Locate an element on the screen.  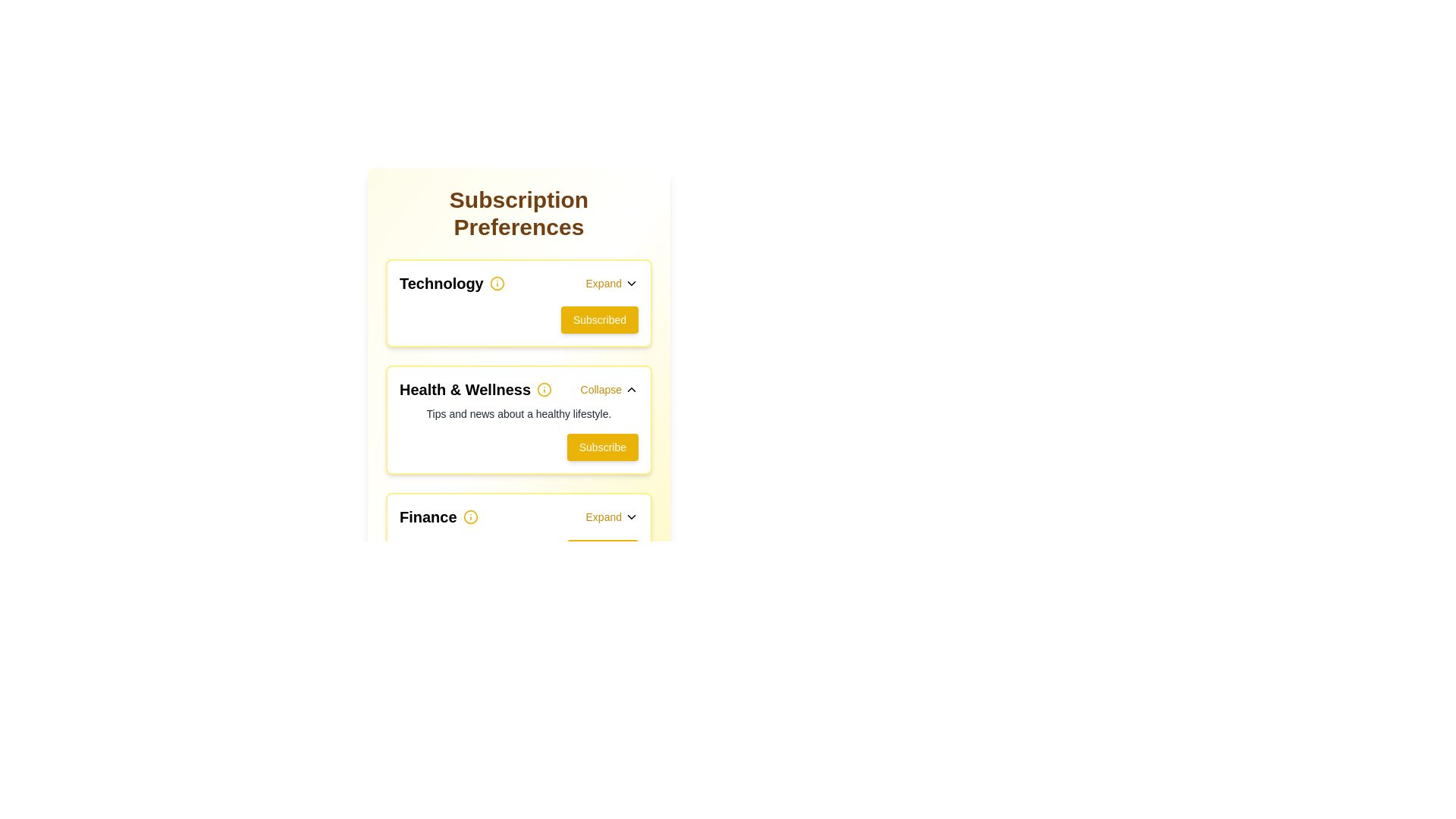
the bold, extra-large 'Finance' text label which is aligned horizontally with a yellow information icon to its right is located at coordinates (438, 516).